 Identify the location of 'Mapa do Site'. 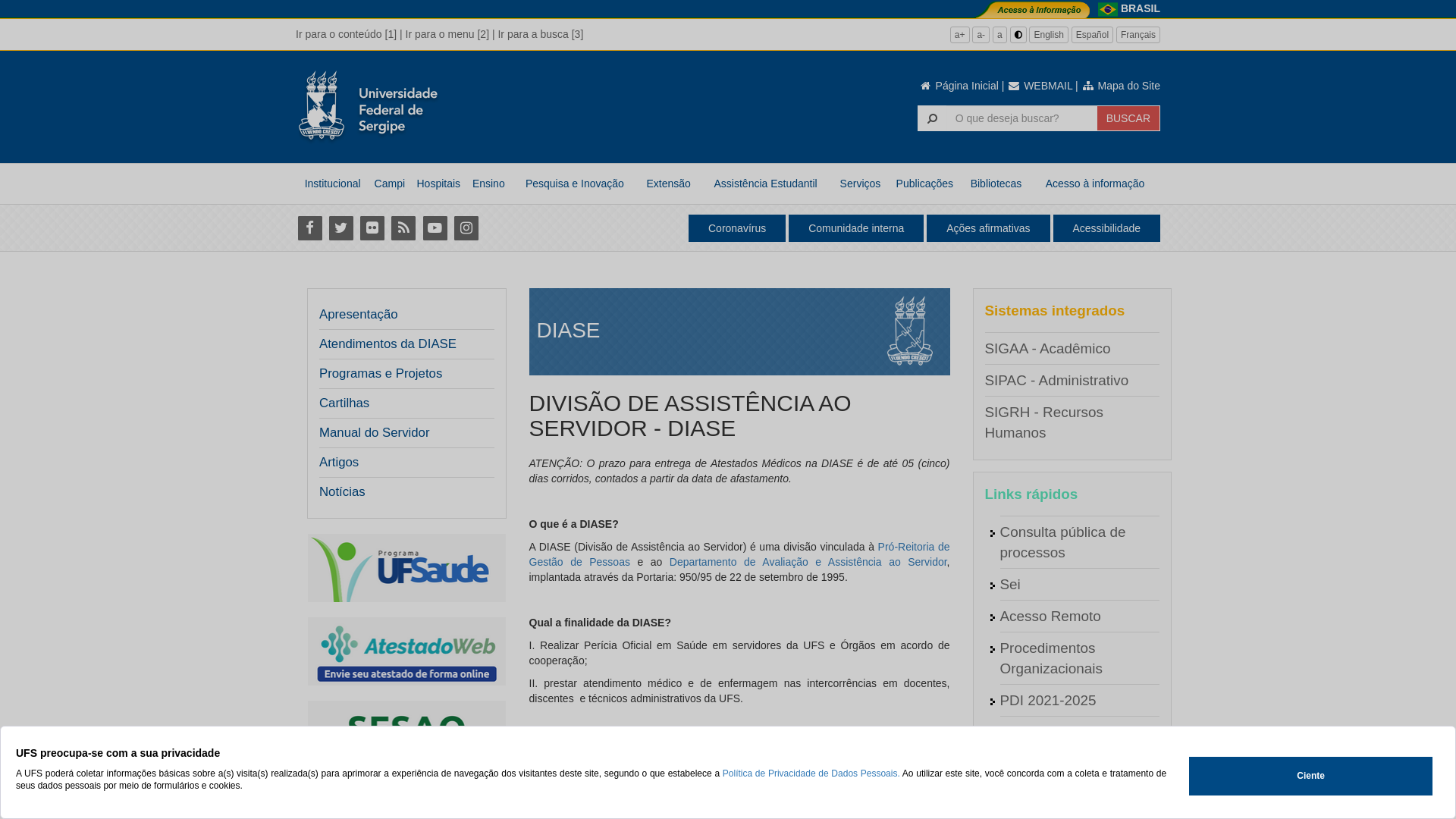
(1121, 85).